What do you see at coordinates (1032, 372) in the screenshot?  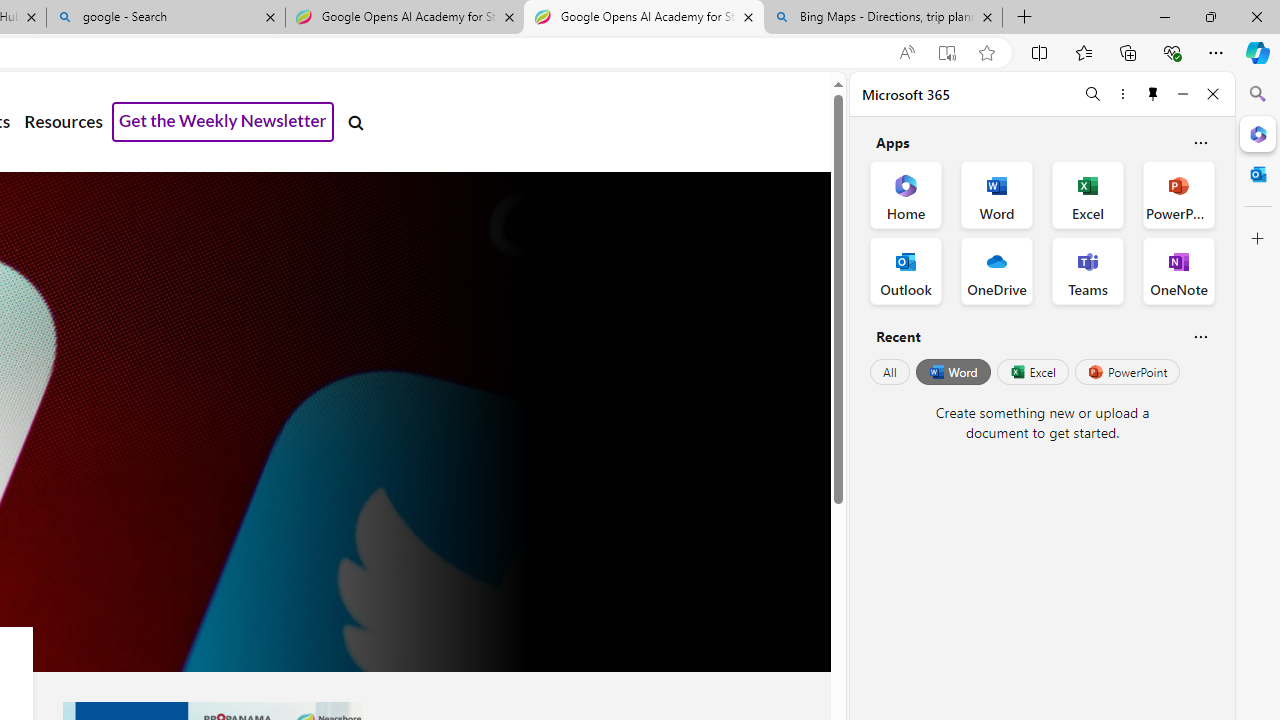 I see `'Excel'` at bounding box center [1032, 372].